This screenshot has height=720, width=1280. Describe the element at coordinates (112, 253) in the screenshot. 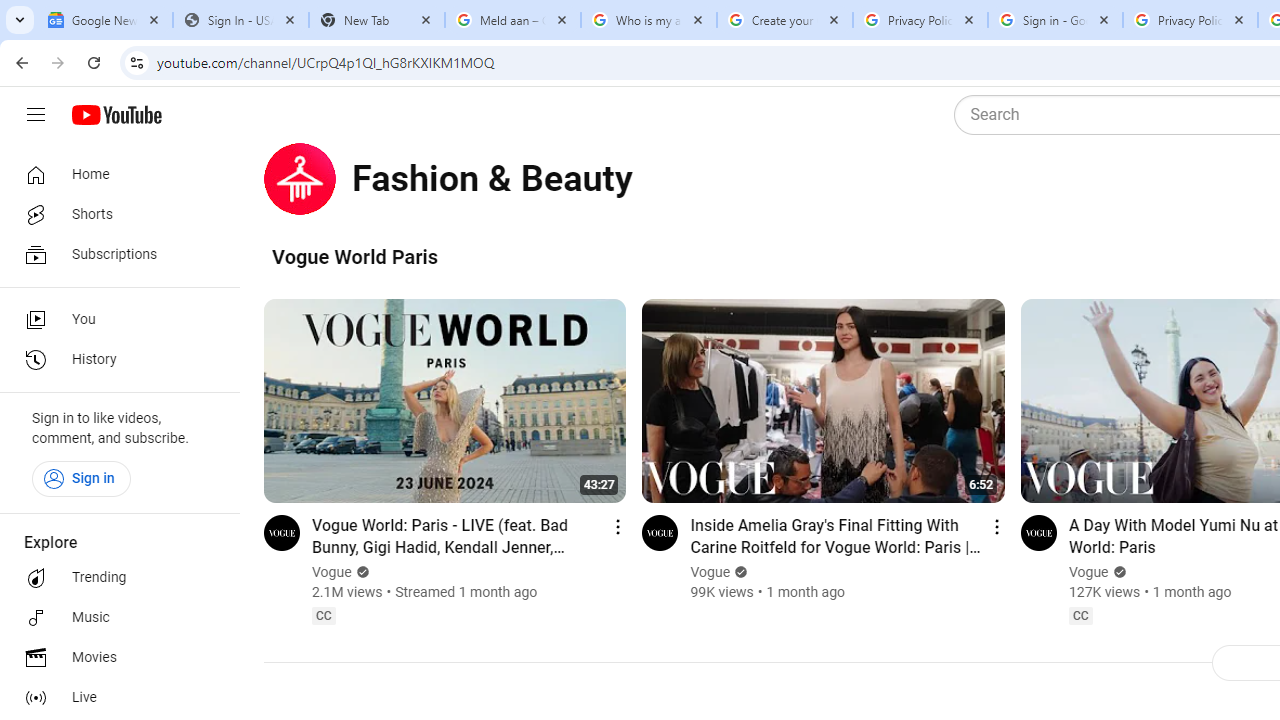

I see `'Subscriptions'` at that location.